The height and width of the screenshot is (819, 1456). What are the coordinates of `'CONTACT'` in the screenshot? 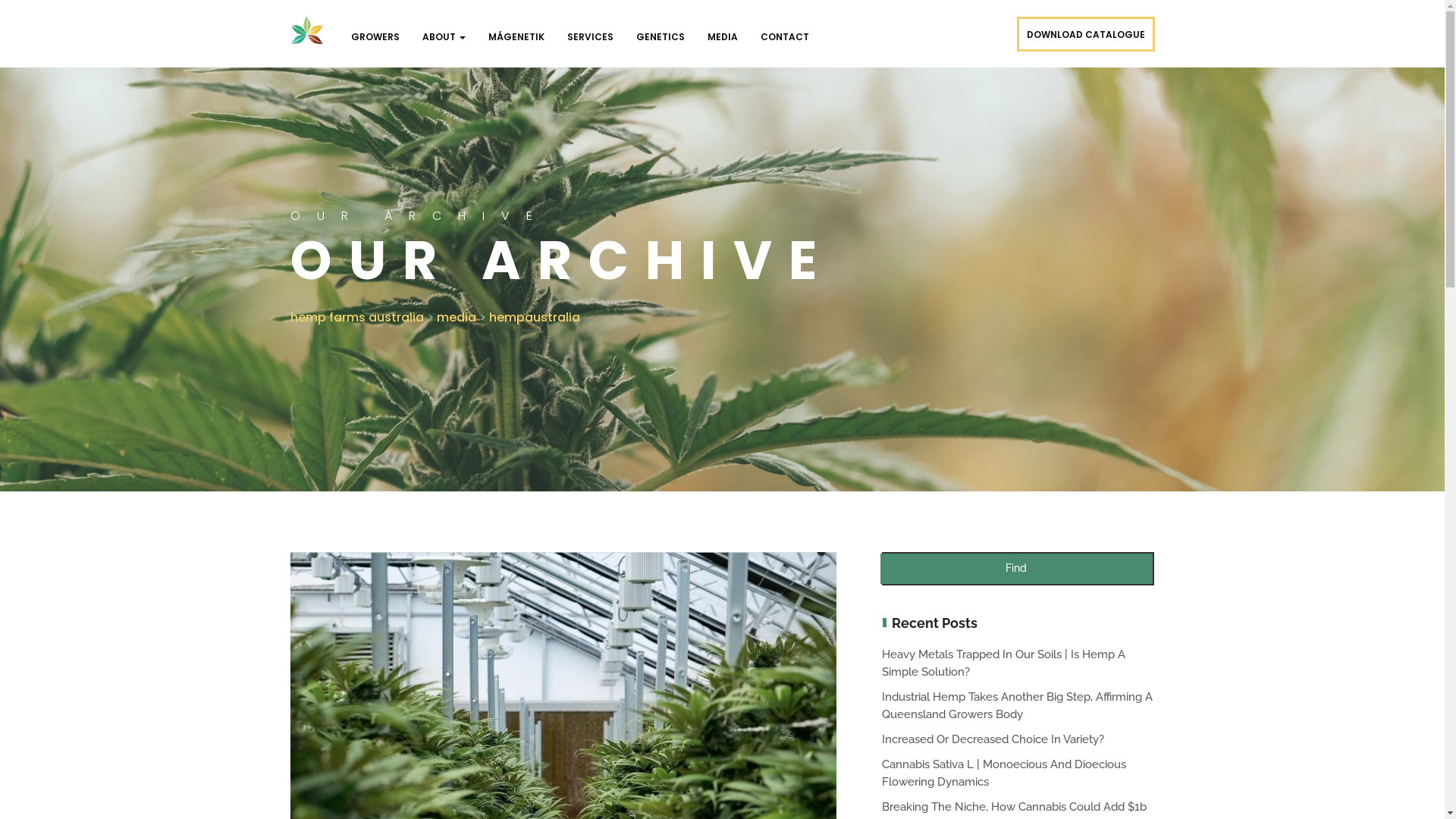 It's located at (785, 36).